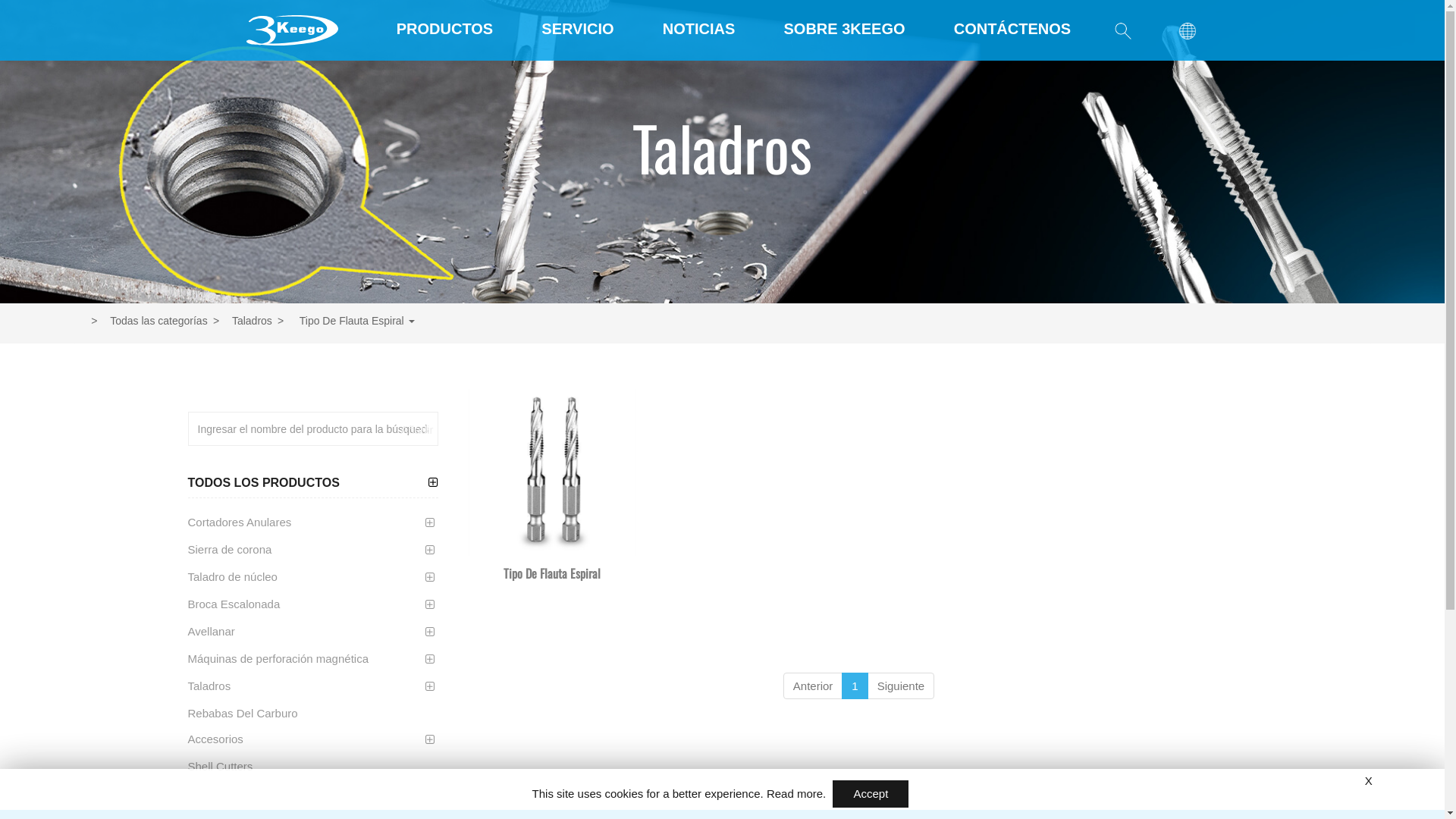 The height and width of the screenshot is (819, 1456). What do you see at coordinates (832, 792) in the screenshot?
I see `'Accept'` at bounding box center [832, 792].